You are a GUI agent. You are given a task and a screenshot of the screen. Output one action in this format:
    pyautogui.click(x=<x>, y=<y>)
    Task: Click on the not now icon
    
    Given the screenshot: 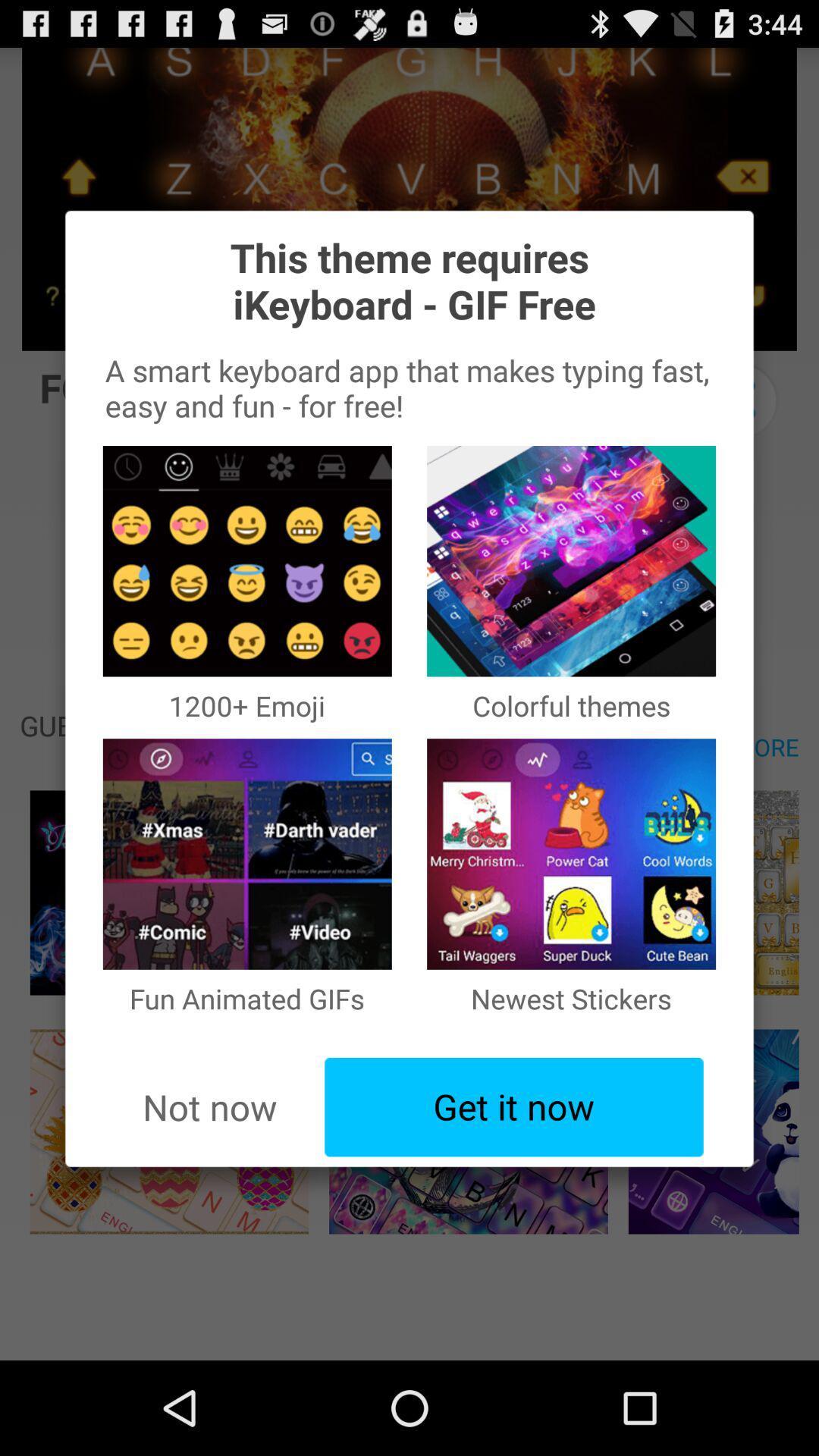 What is the action you would take?
    pyautogui.click(x=209, y=1107)
    